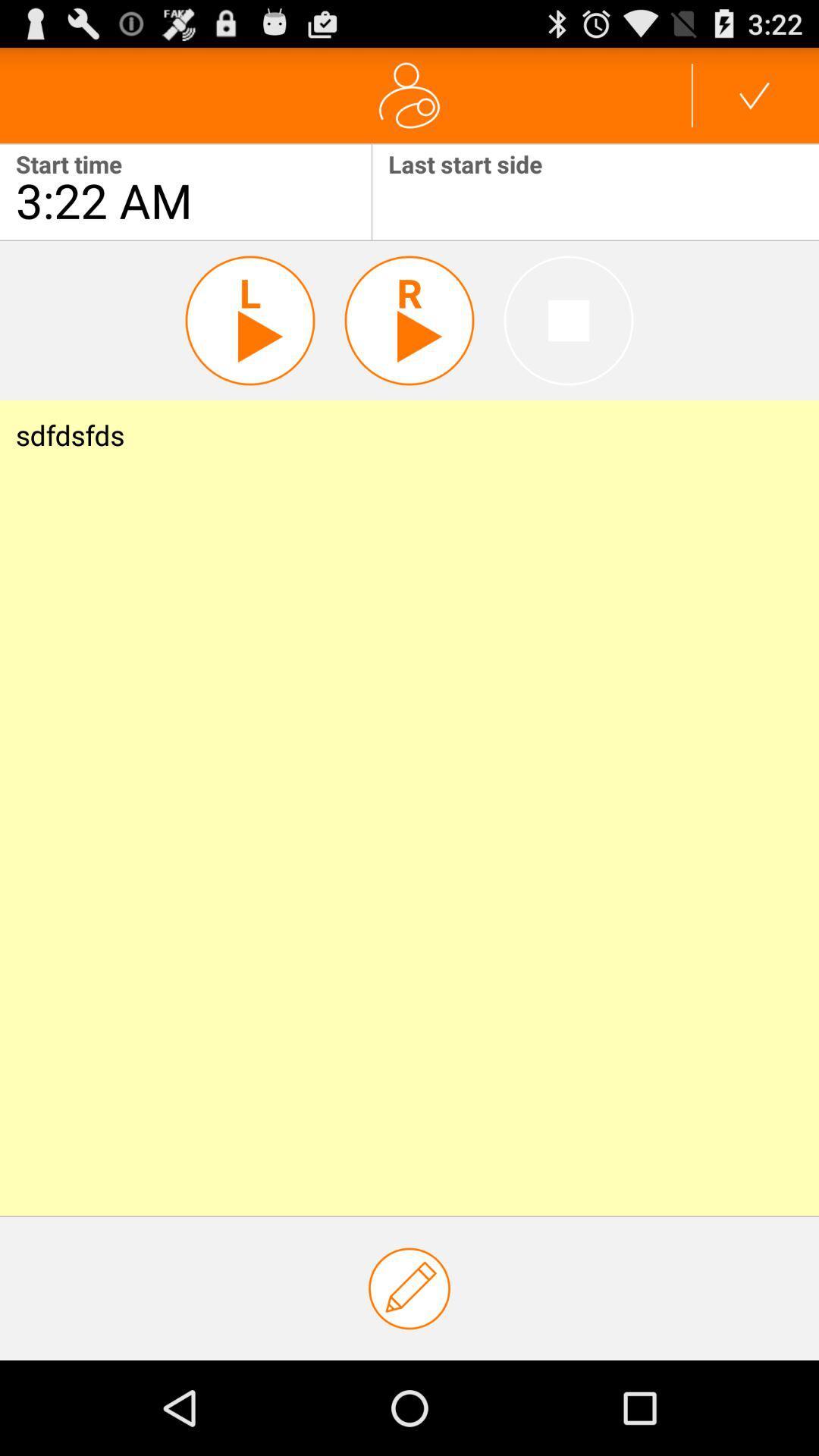 The width and height of the screenshot is (819, 1456). What do you see at coordinates (755, 101) in the screenshot?
I see `the check icon` at bounding box center [755, 101].